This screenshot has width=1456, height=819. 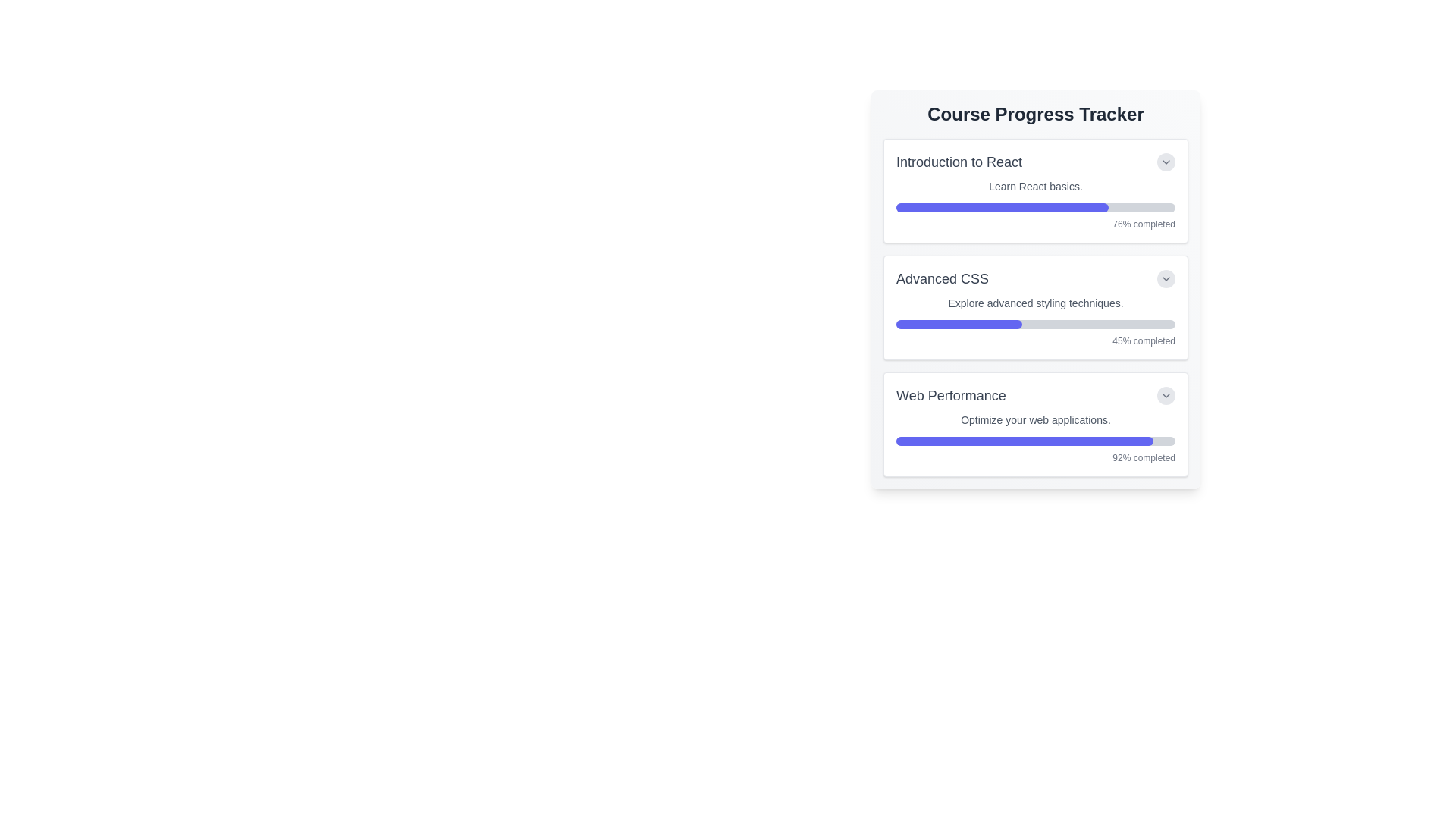 I want to click on the text label displaying 'Web Performance' located in the third section of the 'Course Progress Tracker', so click(x=950, y=394).